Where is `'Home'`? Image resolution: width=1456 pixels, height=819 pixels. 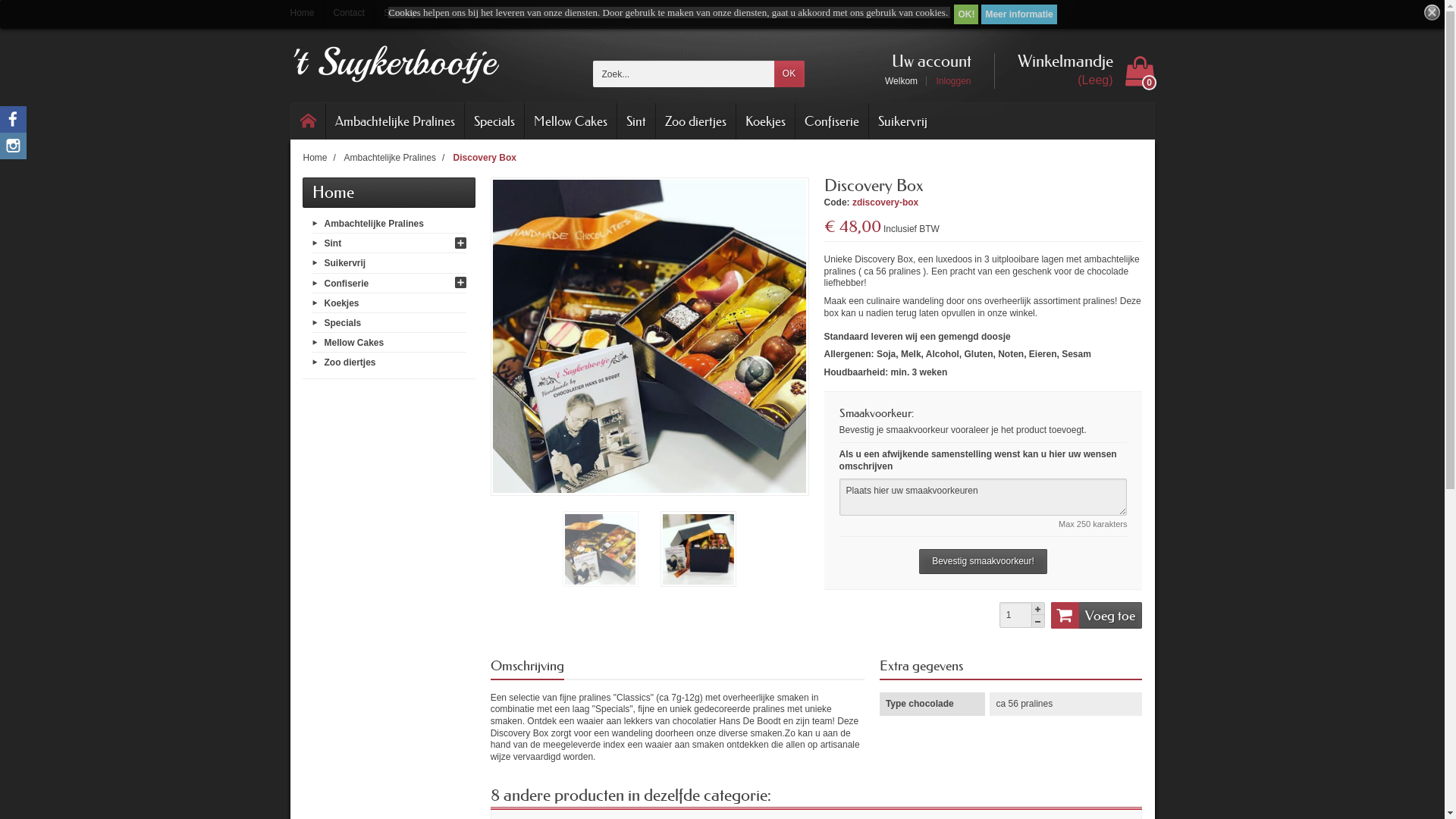
'Home' is located at coordinates (305, 13).